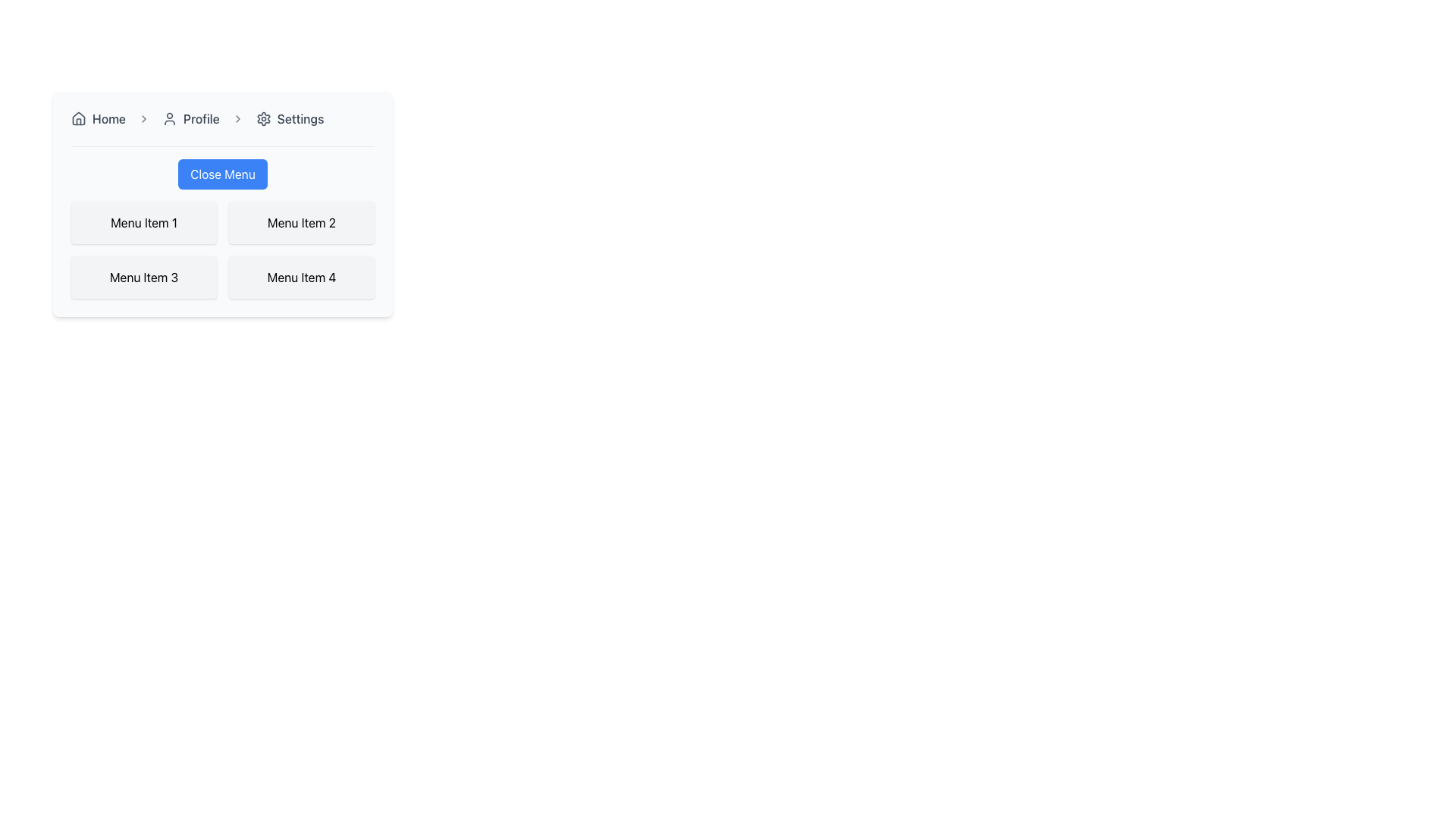  I want to click on the gear or cog icon representing settings located in the upper right corner of the navigation bar, adjacent to the Profile and Settings labels, so click(263, 118).